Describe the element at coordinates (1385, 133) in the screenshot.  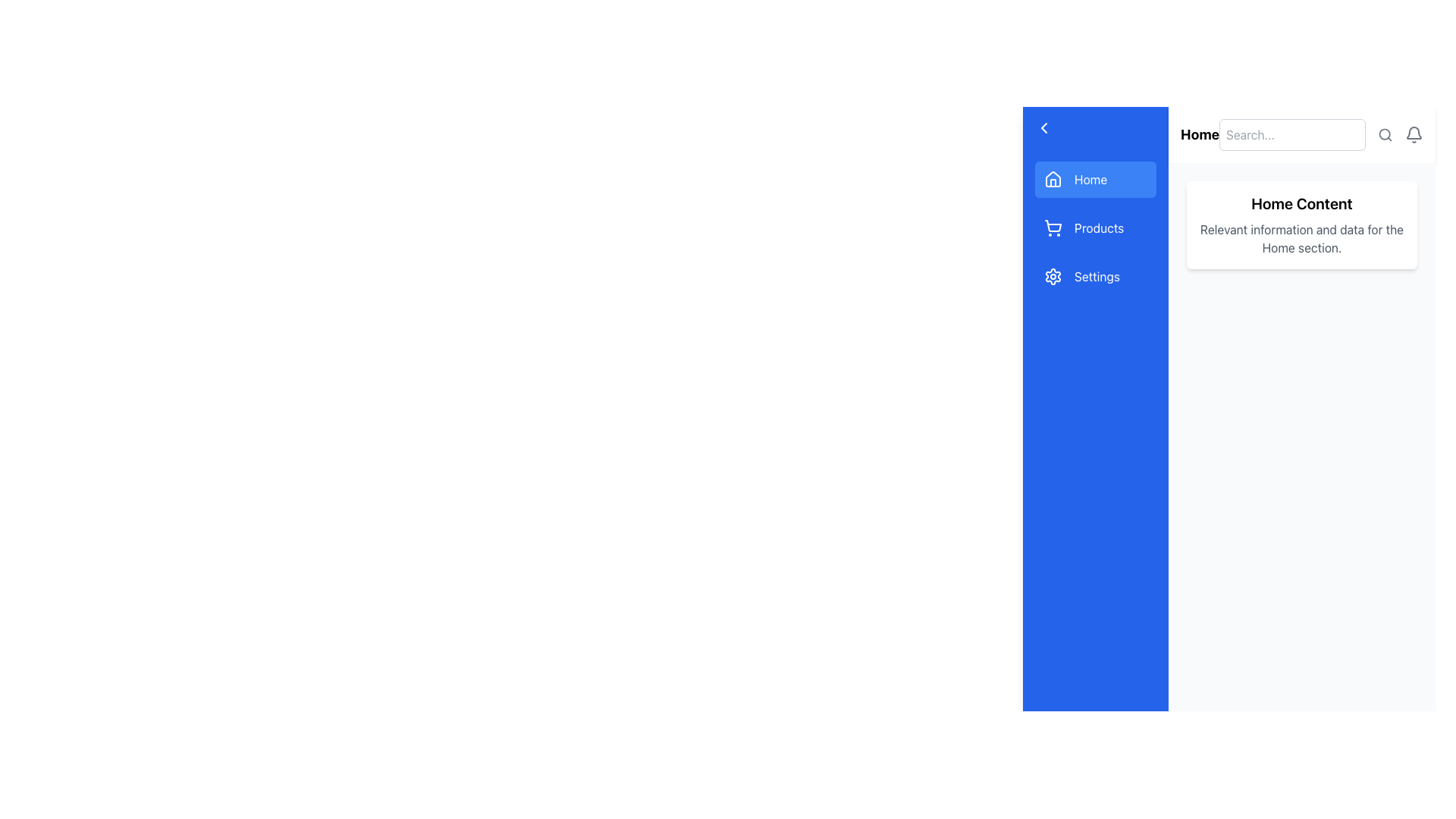
I see `the search icon located to the immediate right of the 'Search...' text input field to initiate a search` at that location.